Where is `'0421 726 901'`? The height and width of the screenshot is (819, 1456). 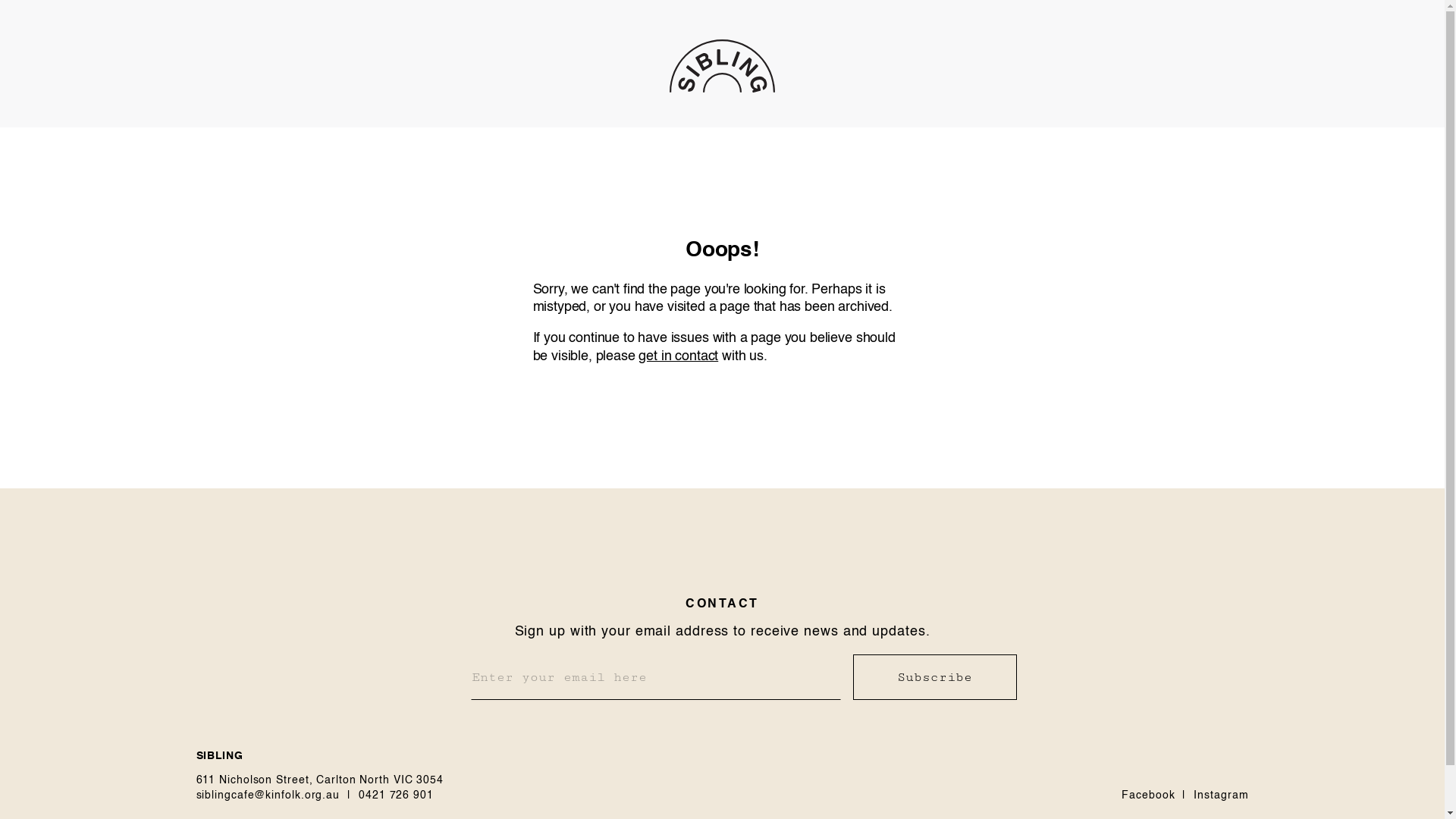
'0421 726 901' is located at coordinates (396, 795).